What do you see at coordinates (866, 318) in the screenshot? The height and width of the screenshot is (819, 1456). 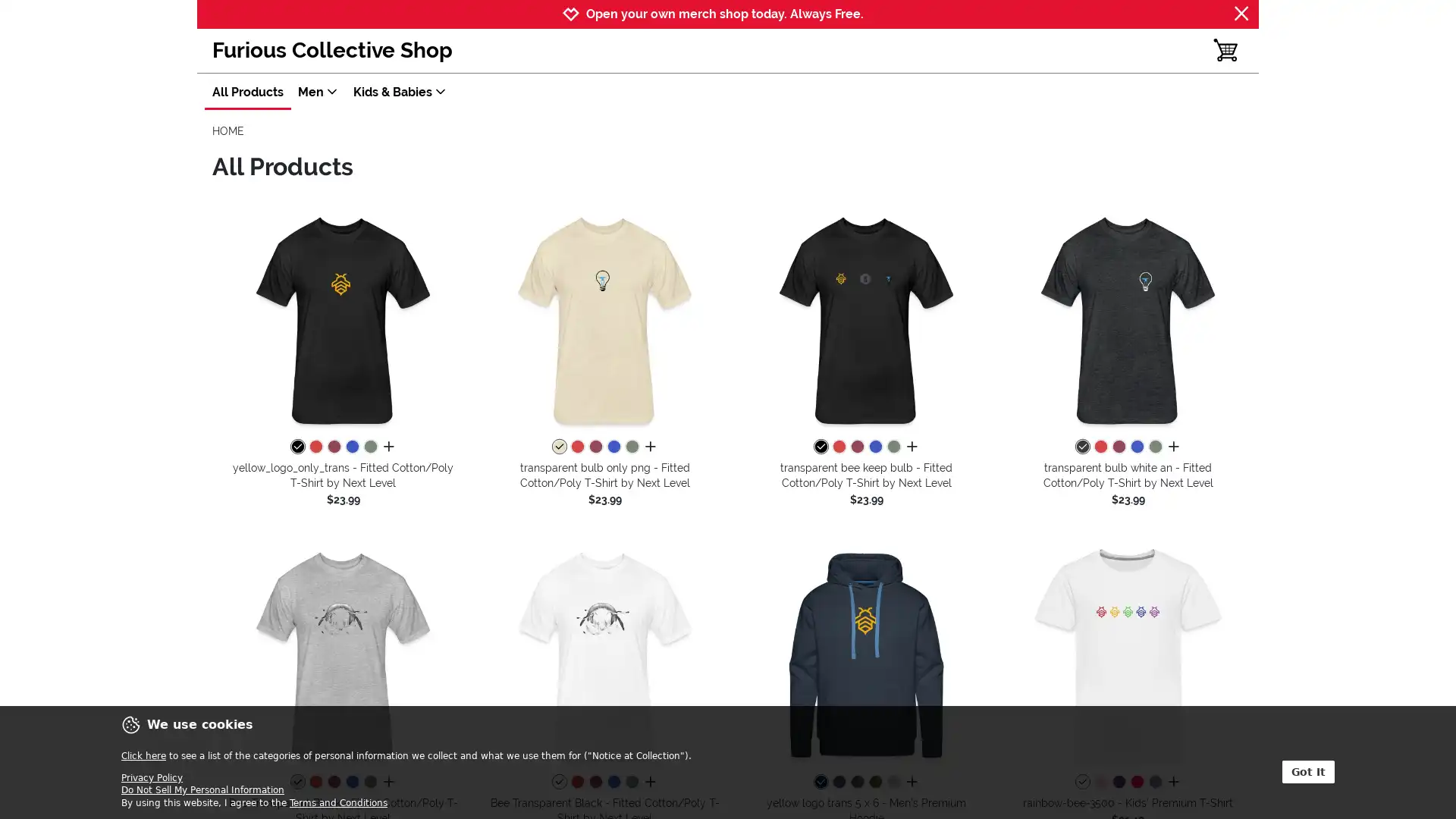 I see `transparent bee keep bulb - Fitted Cotton/Poly T-Shirt by Next Level` at bounding box center [866, 318].